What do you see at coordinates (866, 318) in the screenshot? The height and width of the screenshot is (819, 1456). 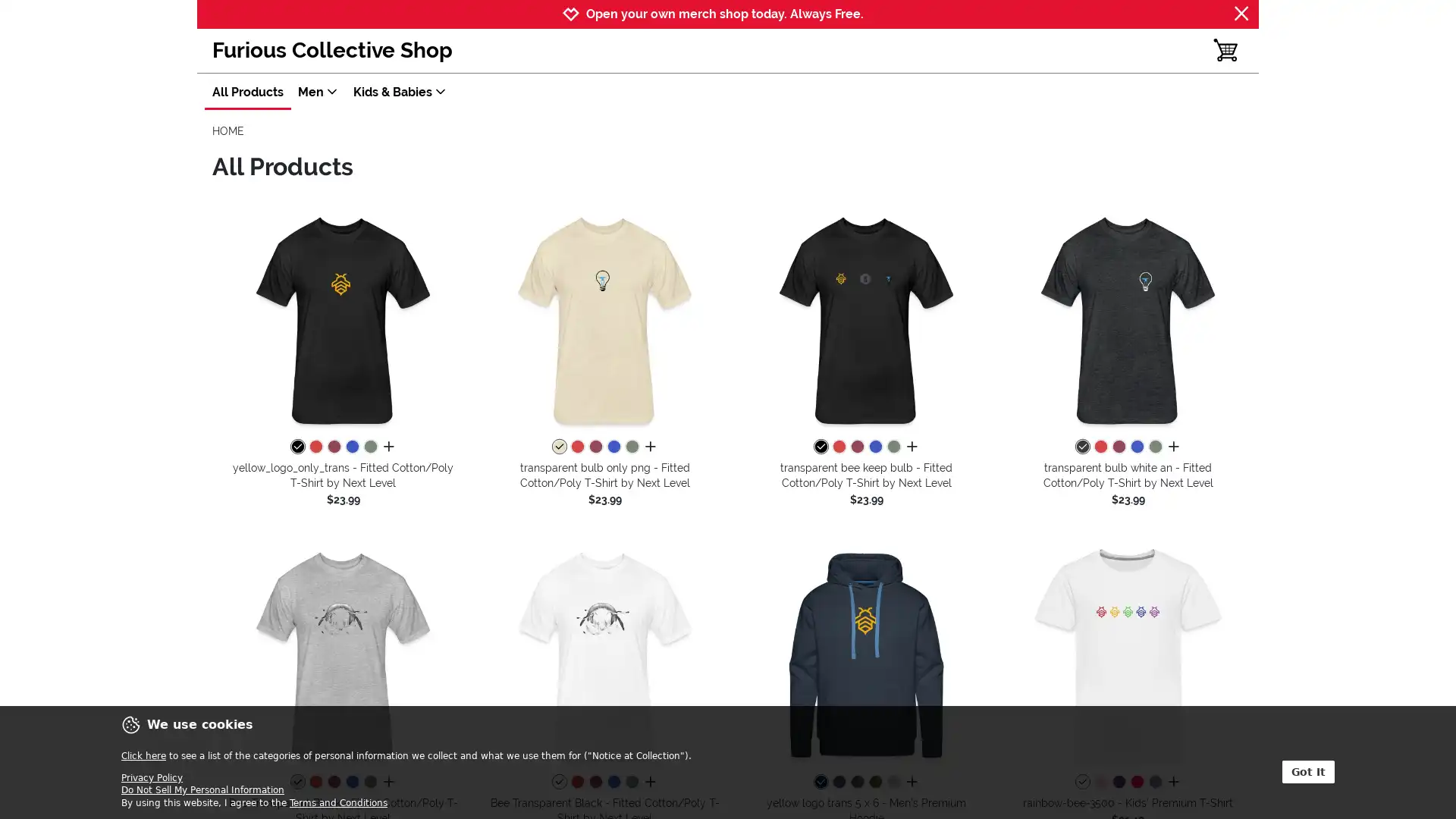 I see `transparent bee keep bulb - Fitted Cotton/Poly T-Shirt by Next Level` at bounding box center [866, 318].